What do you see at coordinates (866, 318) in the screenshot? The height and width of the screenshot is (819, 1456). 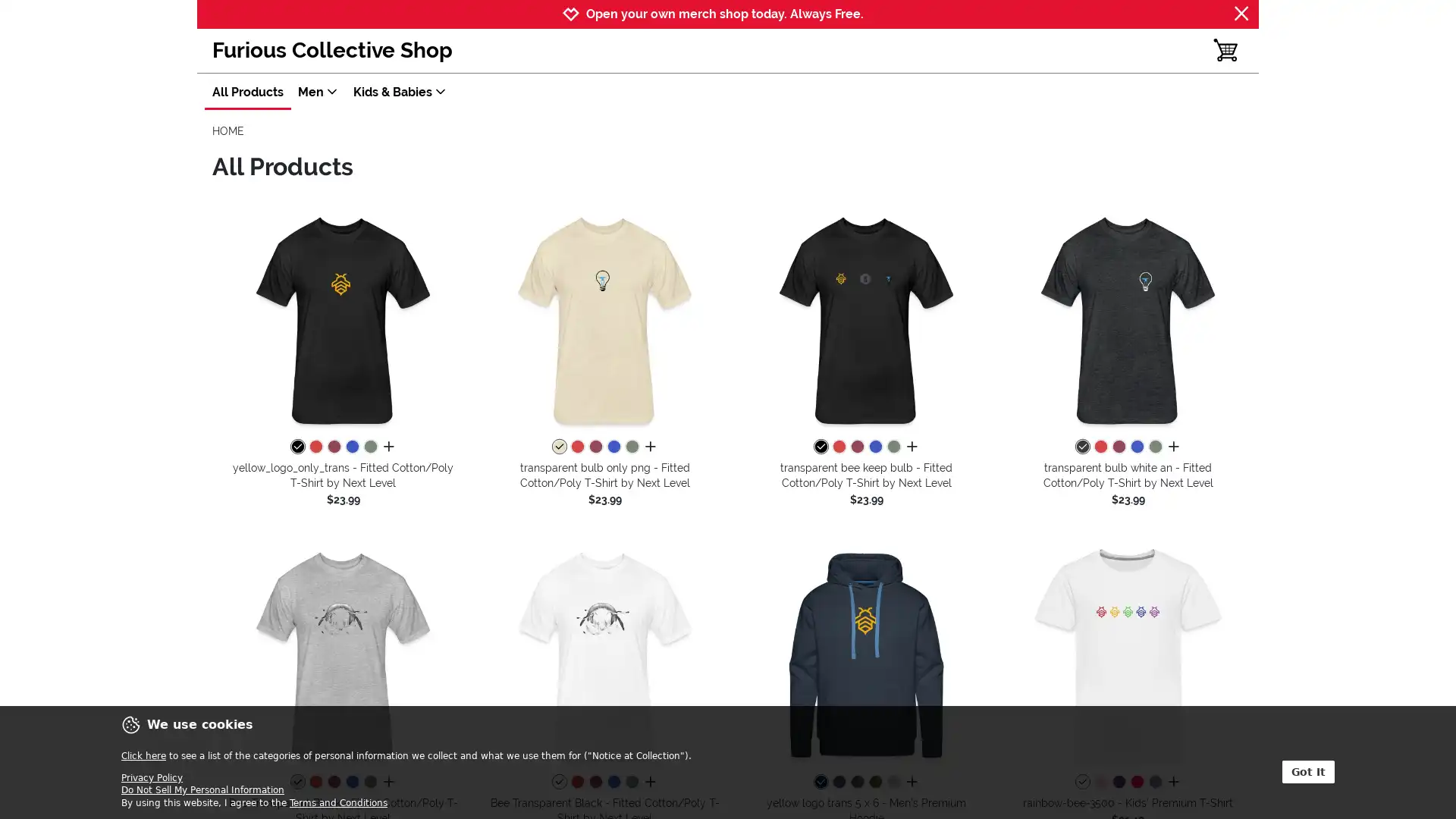 I see `transparent bee keep bulb - Fitted Cotton/Poly T-Shirt by Next Level` at bounding box center [866, 318].